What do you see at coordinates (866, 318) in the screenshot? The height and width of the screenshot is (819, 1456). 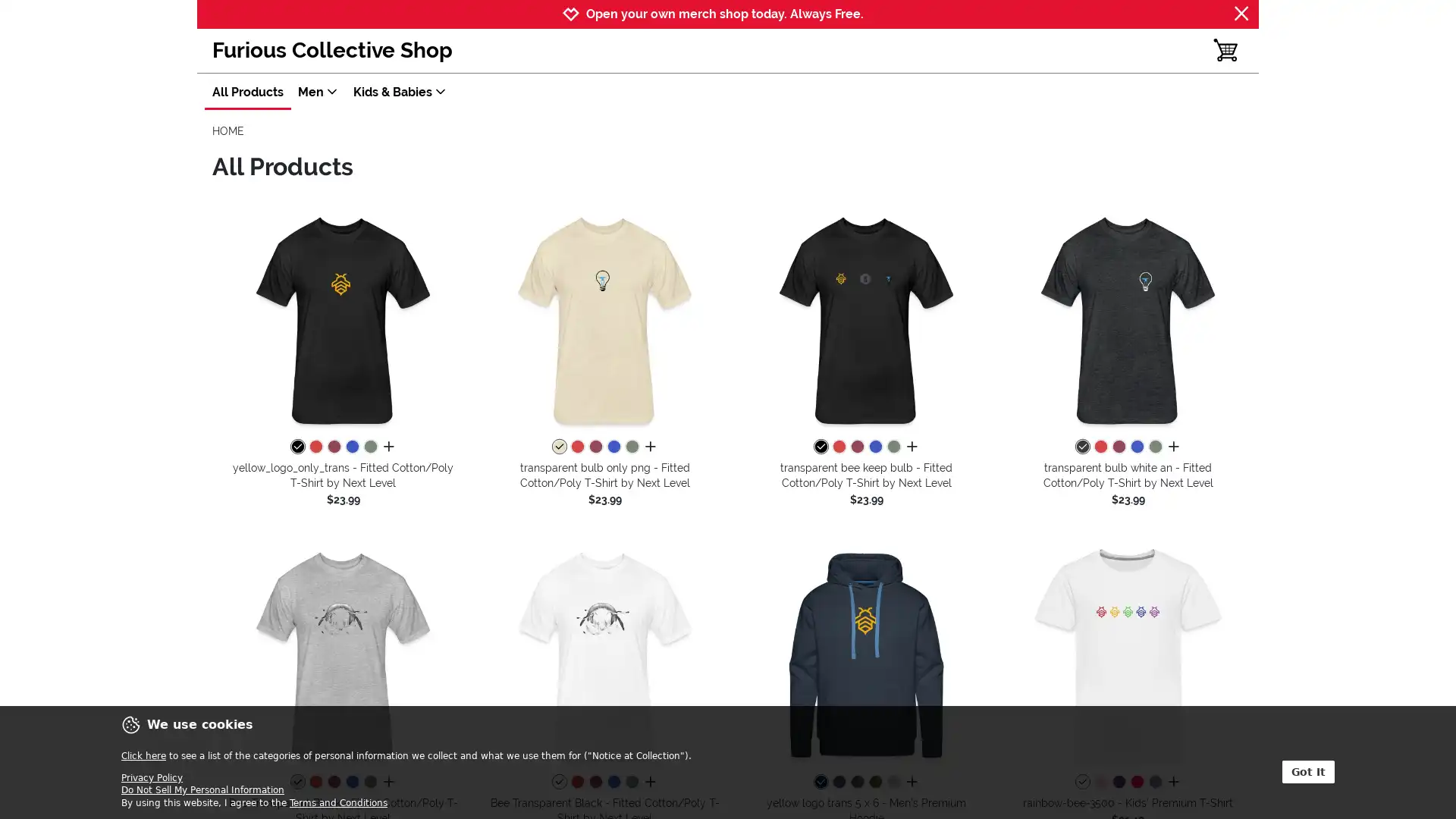 I see `transparent bee keep bulb - Fitted Cotton/Poly T-Shirt by Next Level` at bounding box center [866, 318].